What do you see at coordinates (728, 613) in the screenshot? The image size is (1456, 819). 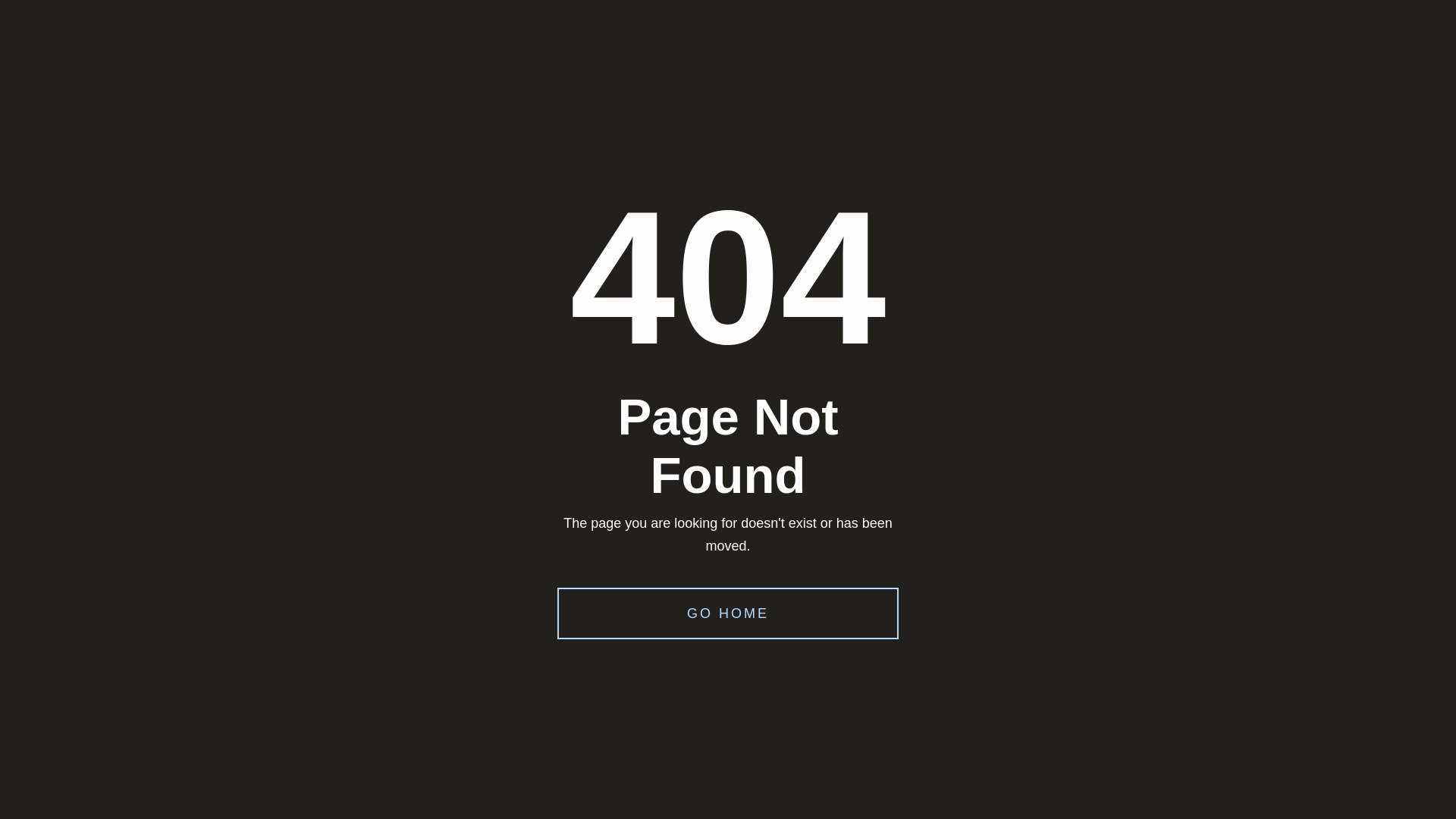 I see `'GO HOME'` at bounding box center [728, 613].